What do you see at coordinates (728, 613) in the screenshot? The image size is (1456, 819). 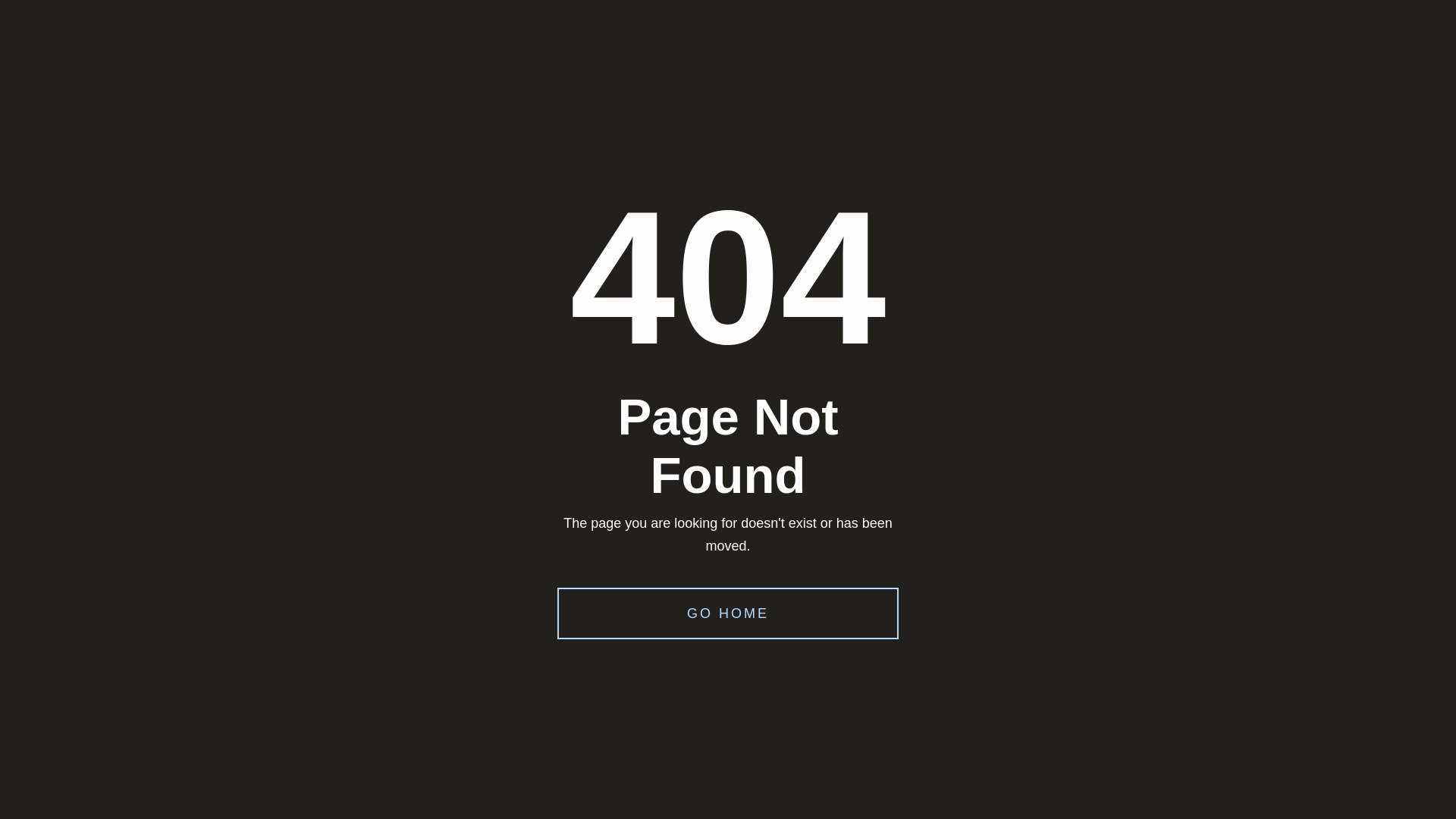 I see `'GO HOME'` at bounding box center [728, 613].